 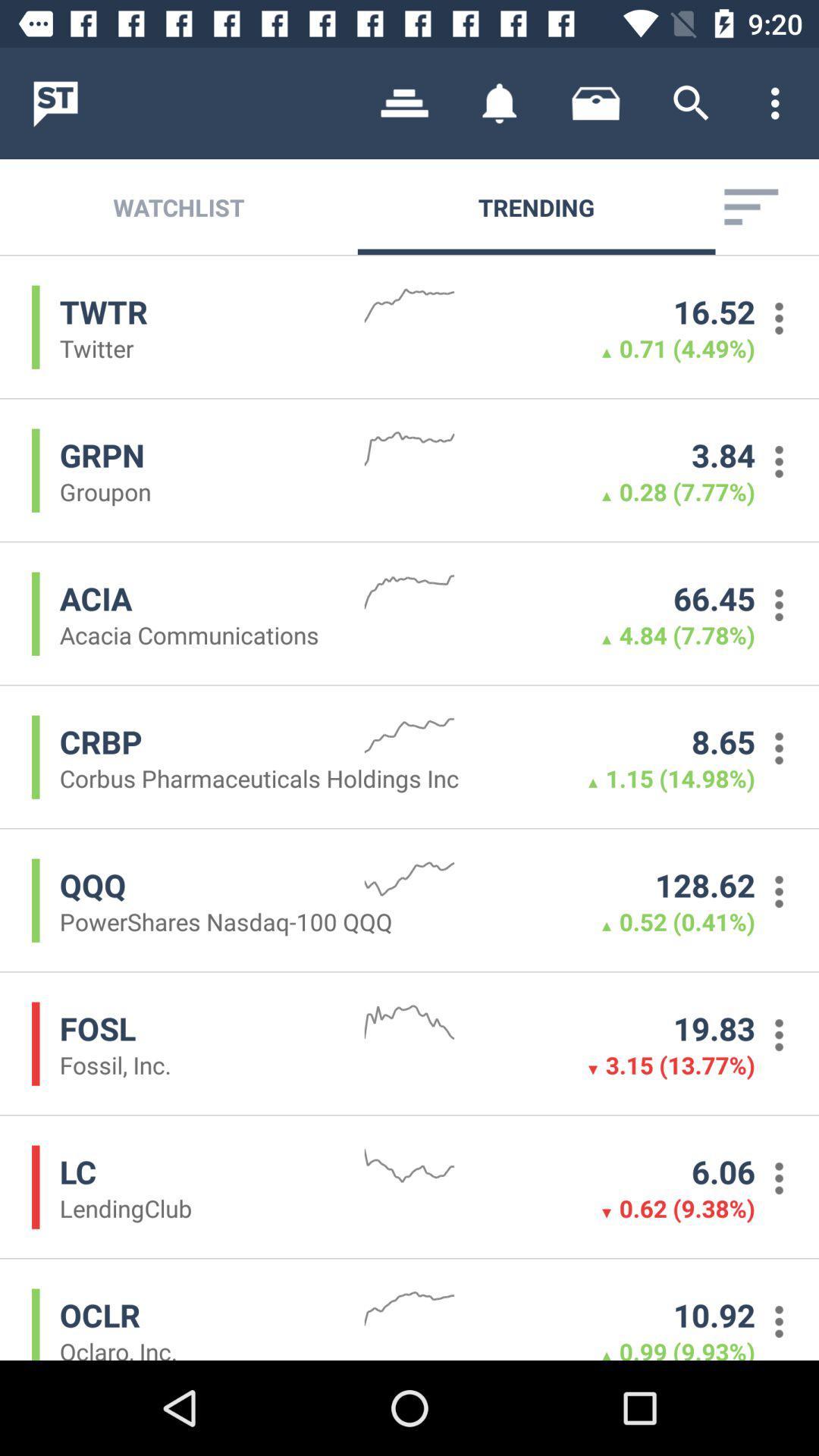 I want to click on the item next to the trending icon, so click(x=751, y=206).